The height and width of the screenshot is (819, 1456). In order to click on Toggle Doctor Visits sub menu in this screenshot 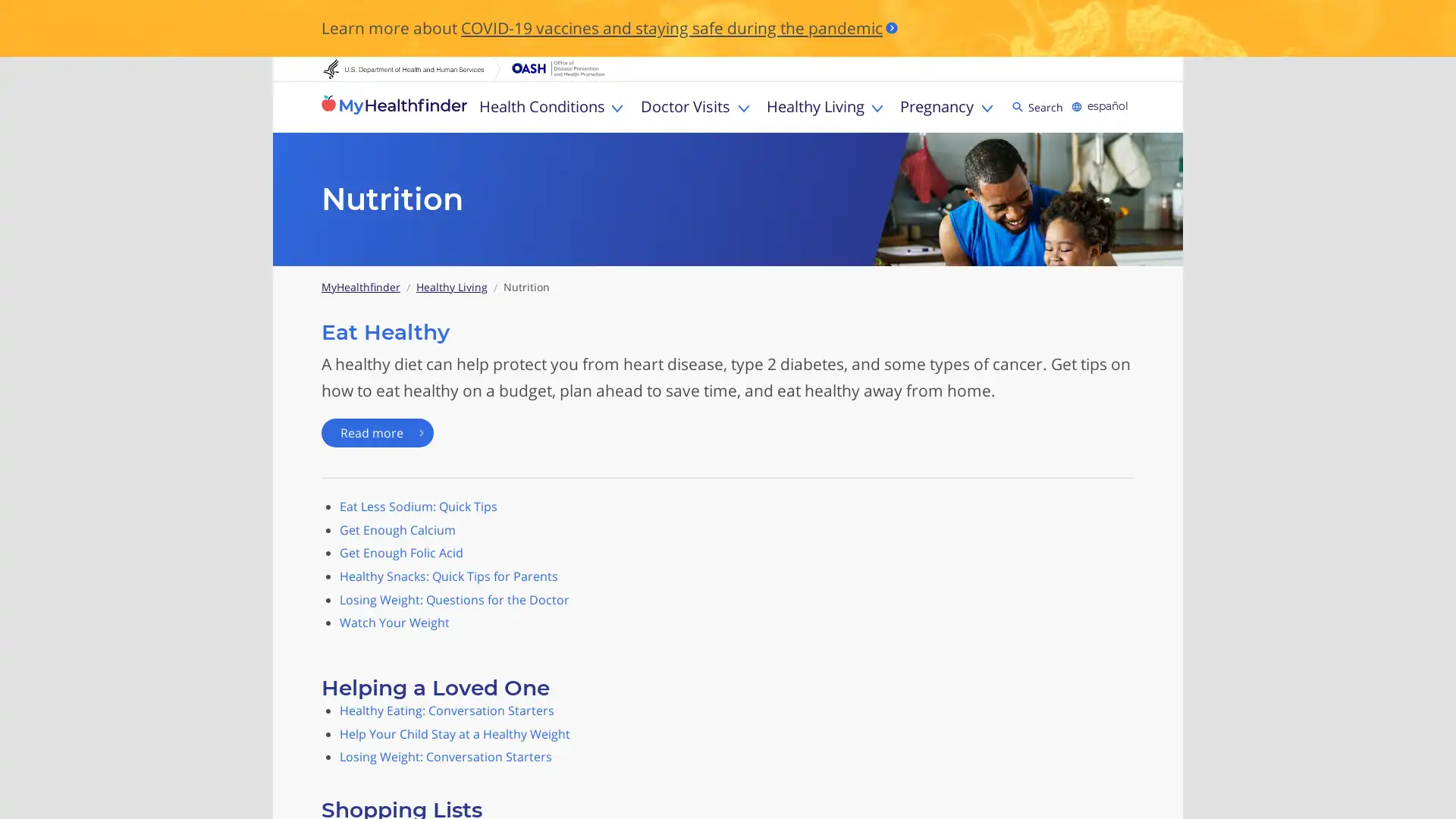, I will do `click(742, 106)`.